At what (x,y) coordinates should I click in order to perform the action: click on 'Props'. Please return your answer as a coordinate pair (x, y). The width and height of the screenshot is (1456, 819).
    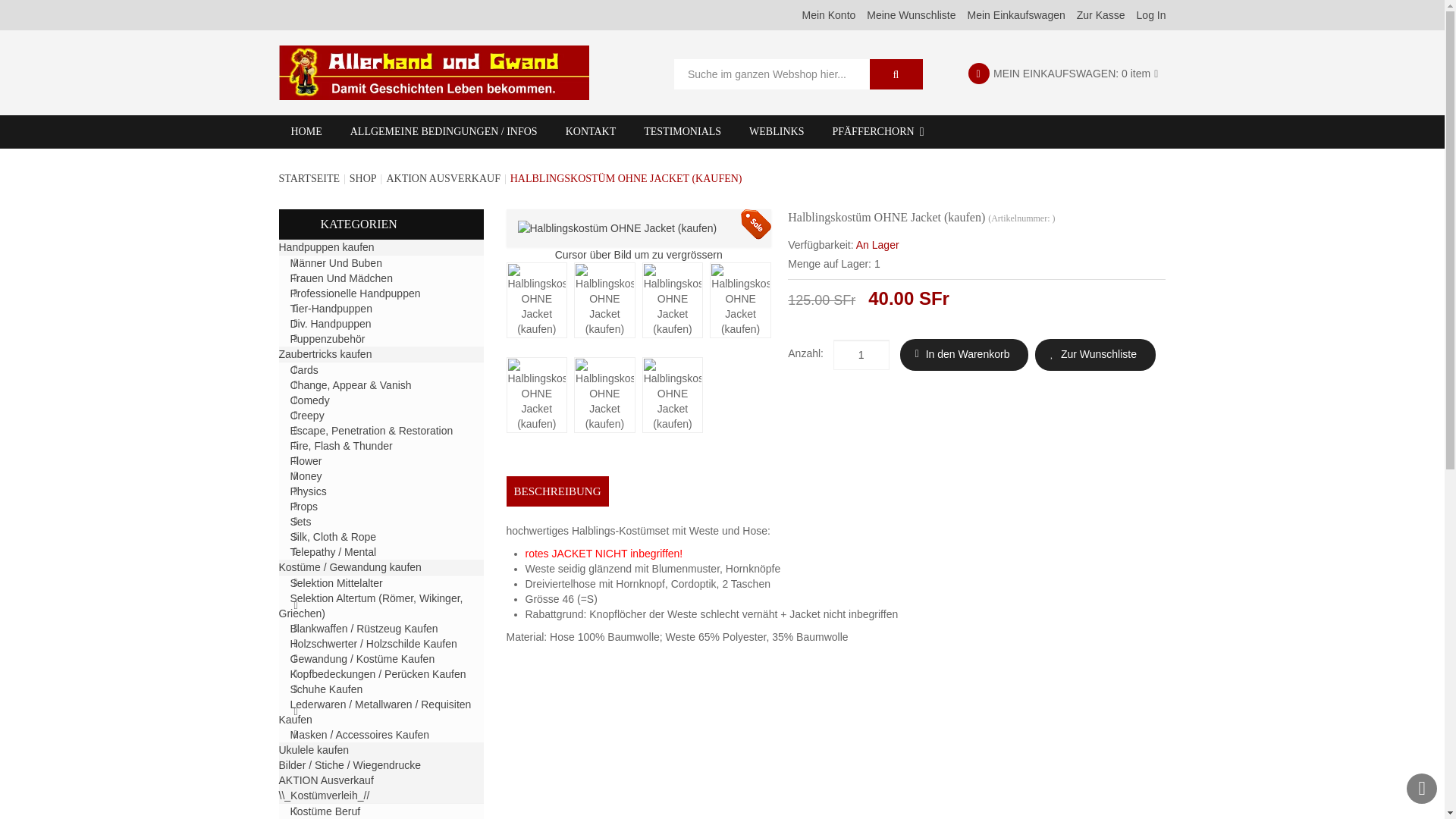
    Looking at the image, I should click on (303, 506).